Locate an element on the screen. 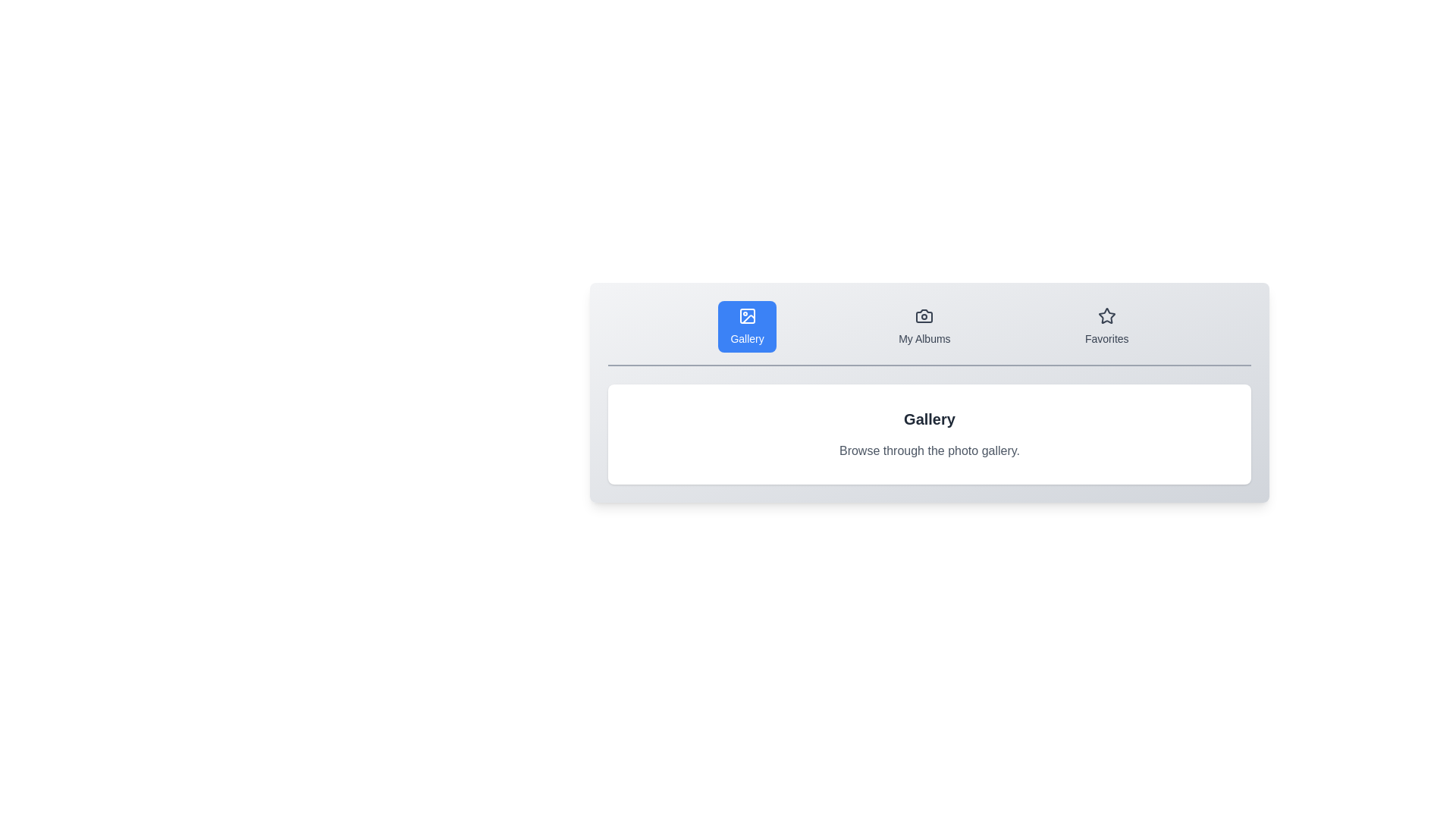 The image size is (1456, 819). the Favorites tab to view its content is located at coordinates (1106, 326).